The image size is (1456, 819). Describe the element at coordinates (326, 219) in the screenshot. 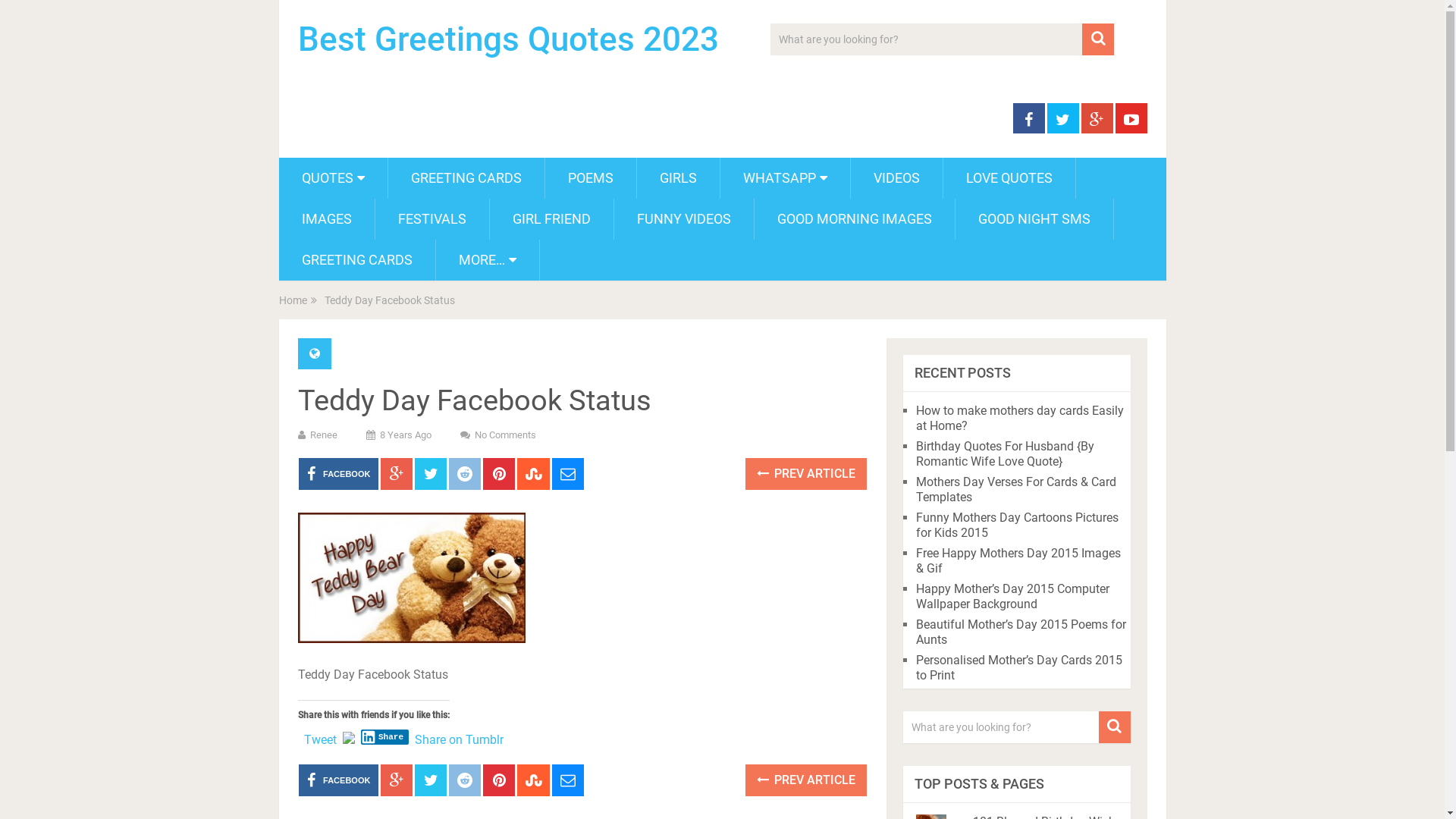

I see `'IMAGES'` at that location.